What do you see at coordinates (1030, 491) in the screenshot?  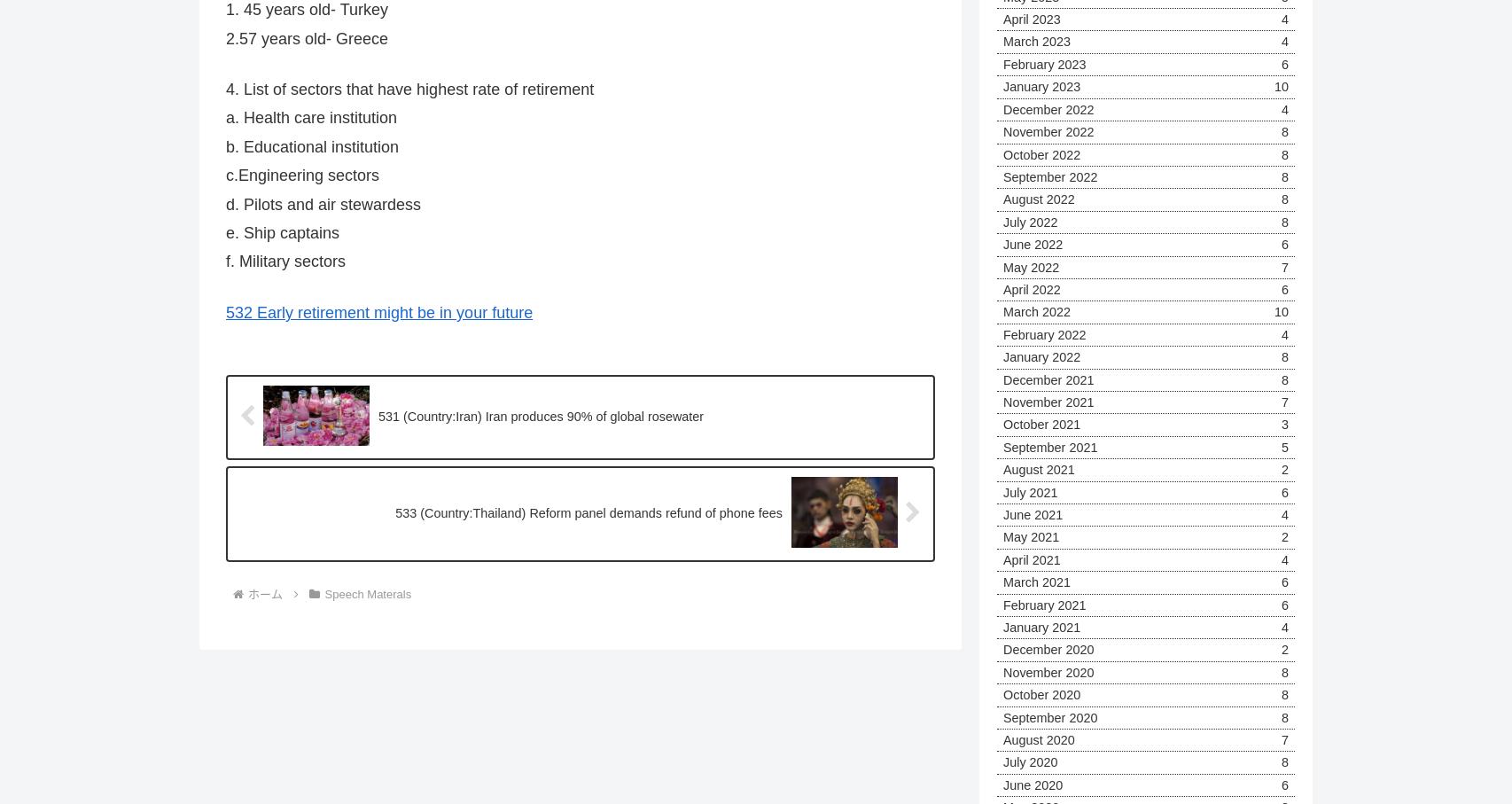 I see `'July 2021'` at bounding box center [1030, 491].